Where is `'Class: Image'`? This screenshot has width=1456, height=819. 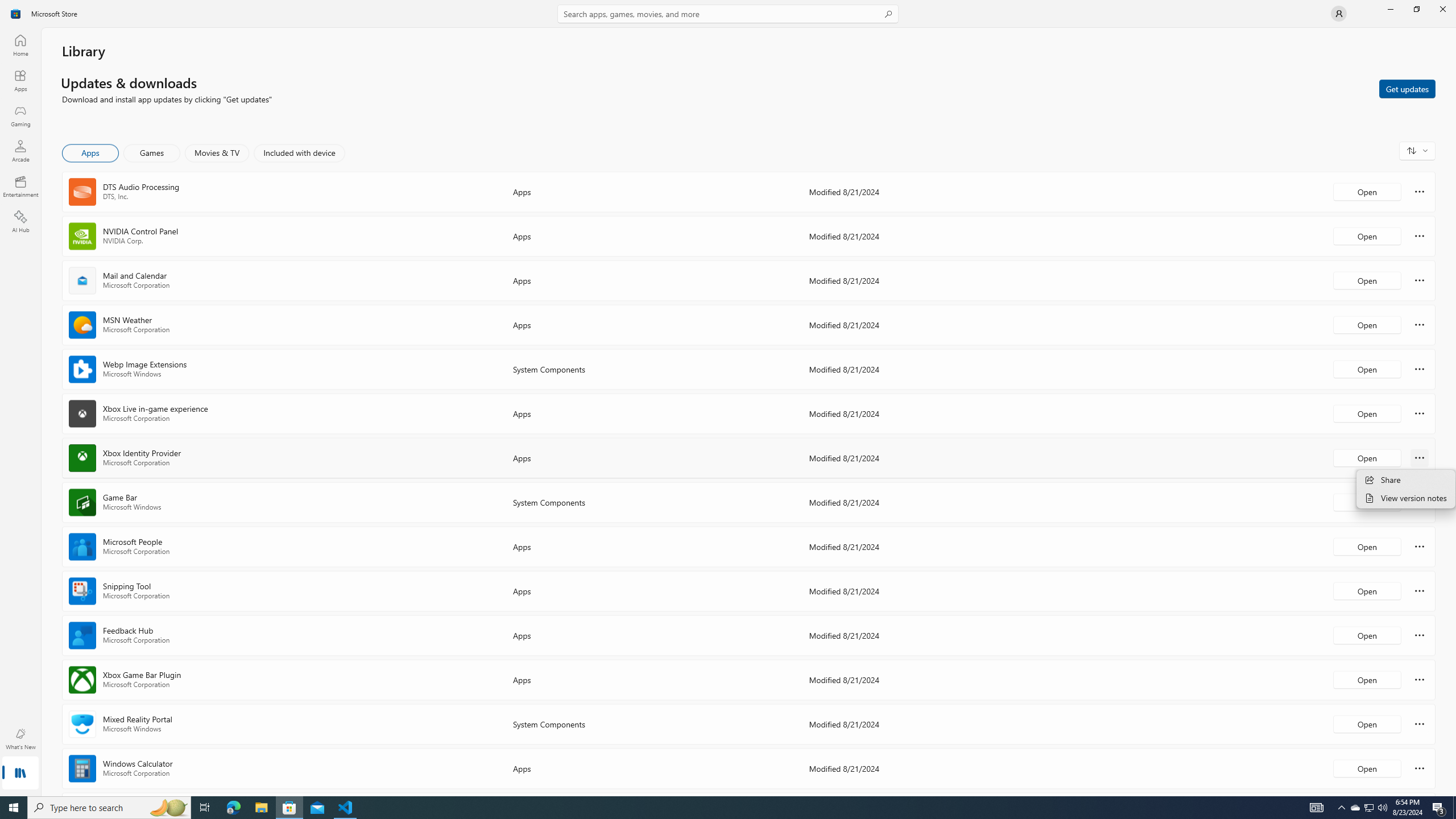
'Class: Image' is located at coordinates (16, 13).